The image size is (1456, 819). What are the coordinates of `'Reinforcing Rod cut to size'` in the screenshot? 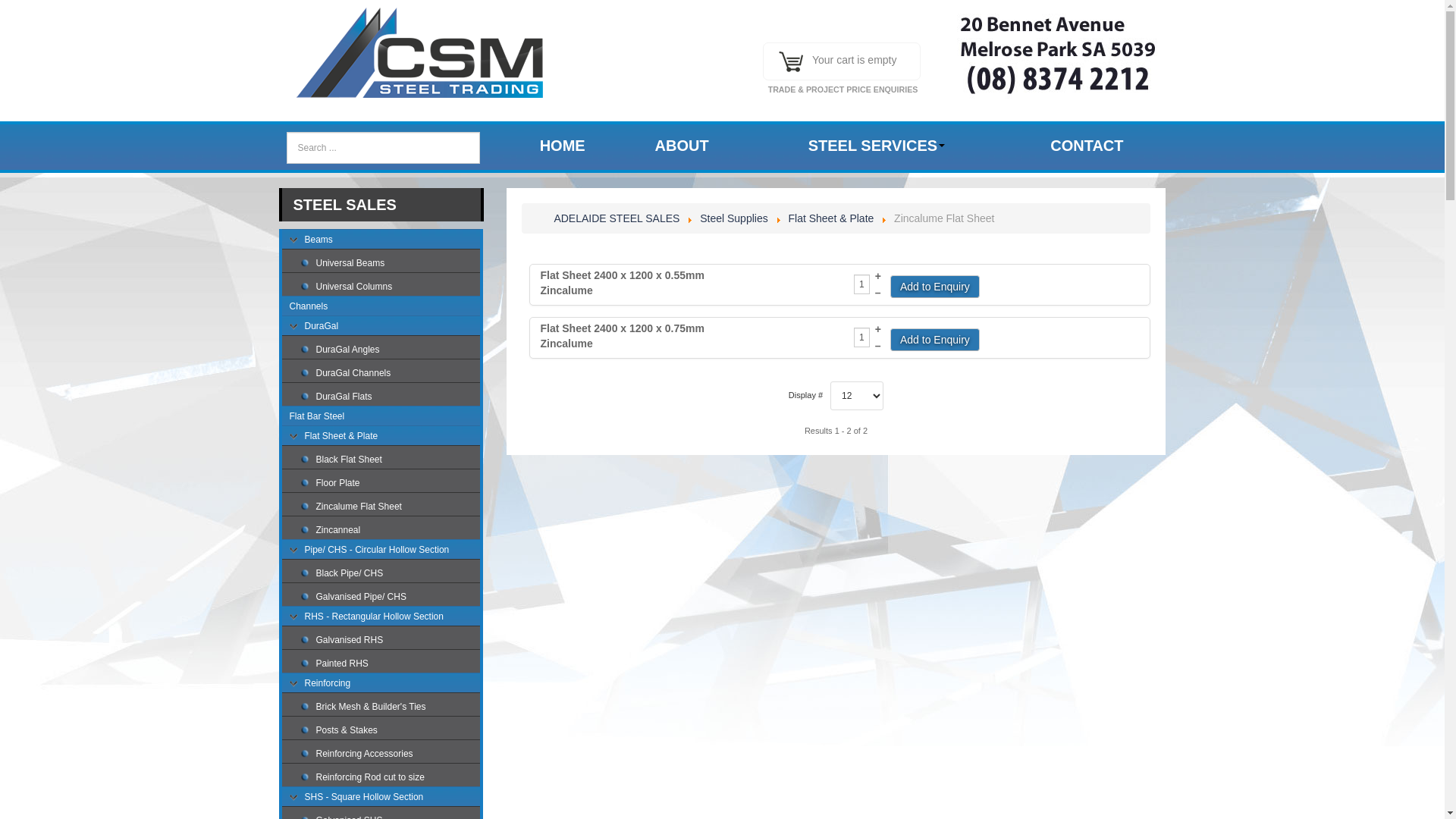 It's located at (390, 778).